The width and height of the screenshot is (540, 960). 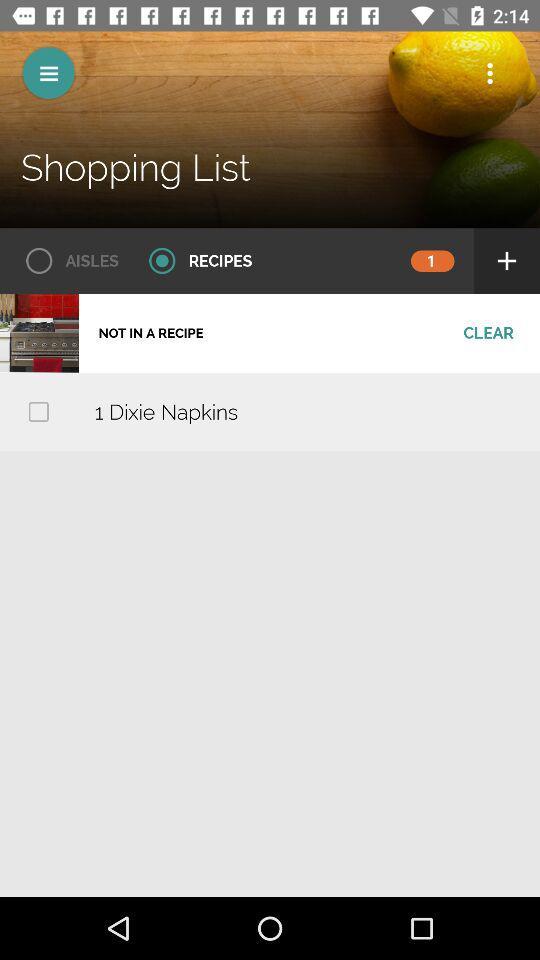 I want to click on to do list marker, so click(x=38, y=410).